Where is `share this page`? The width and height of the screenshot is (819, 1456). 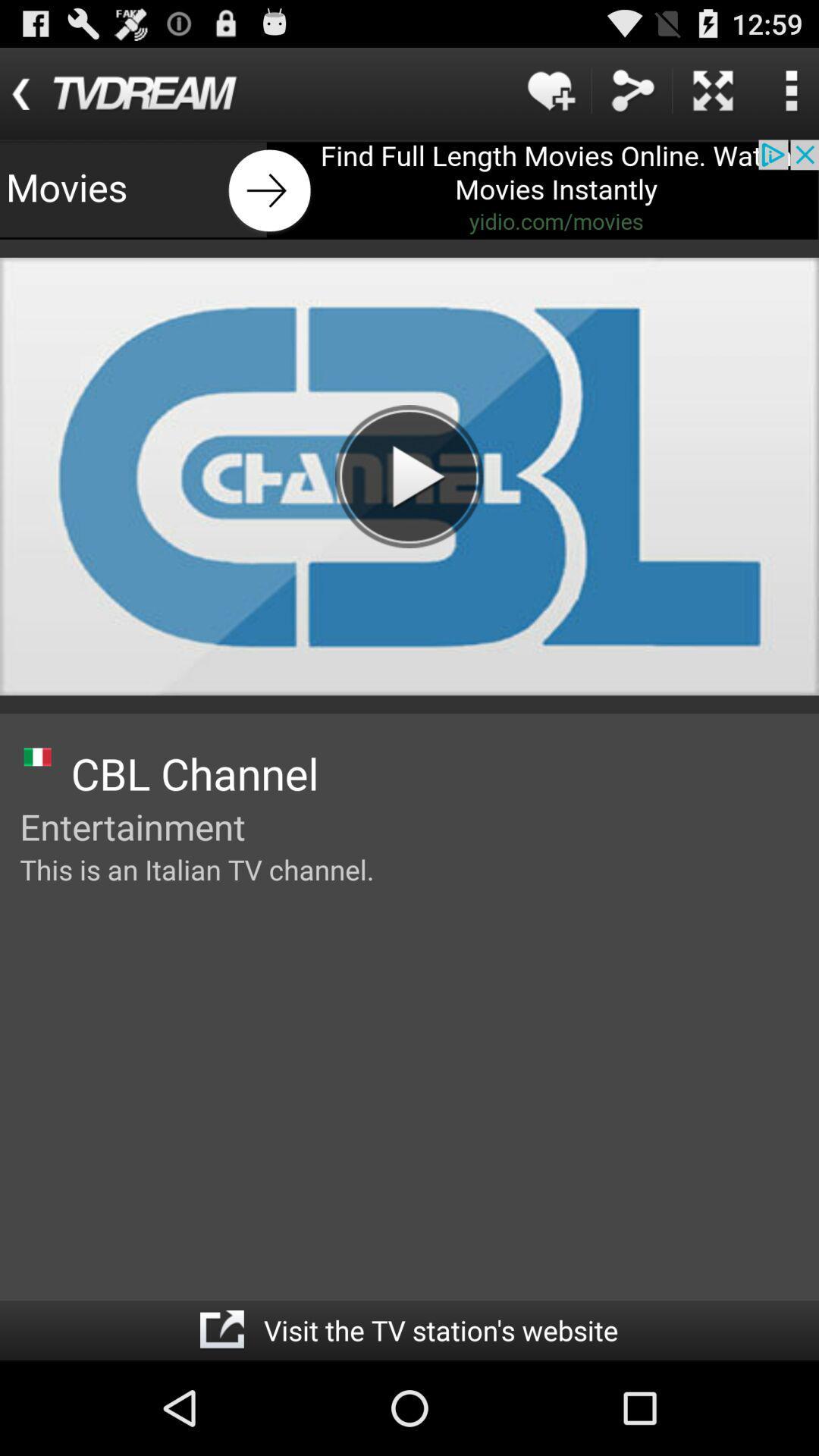
share this page is located at coordinates (632, 89).